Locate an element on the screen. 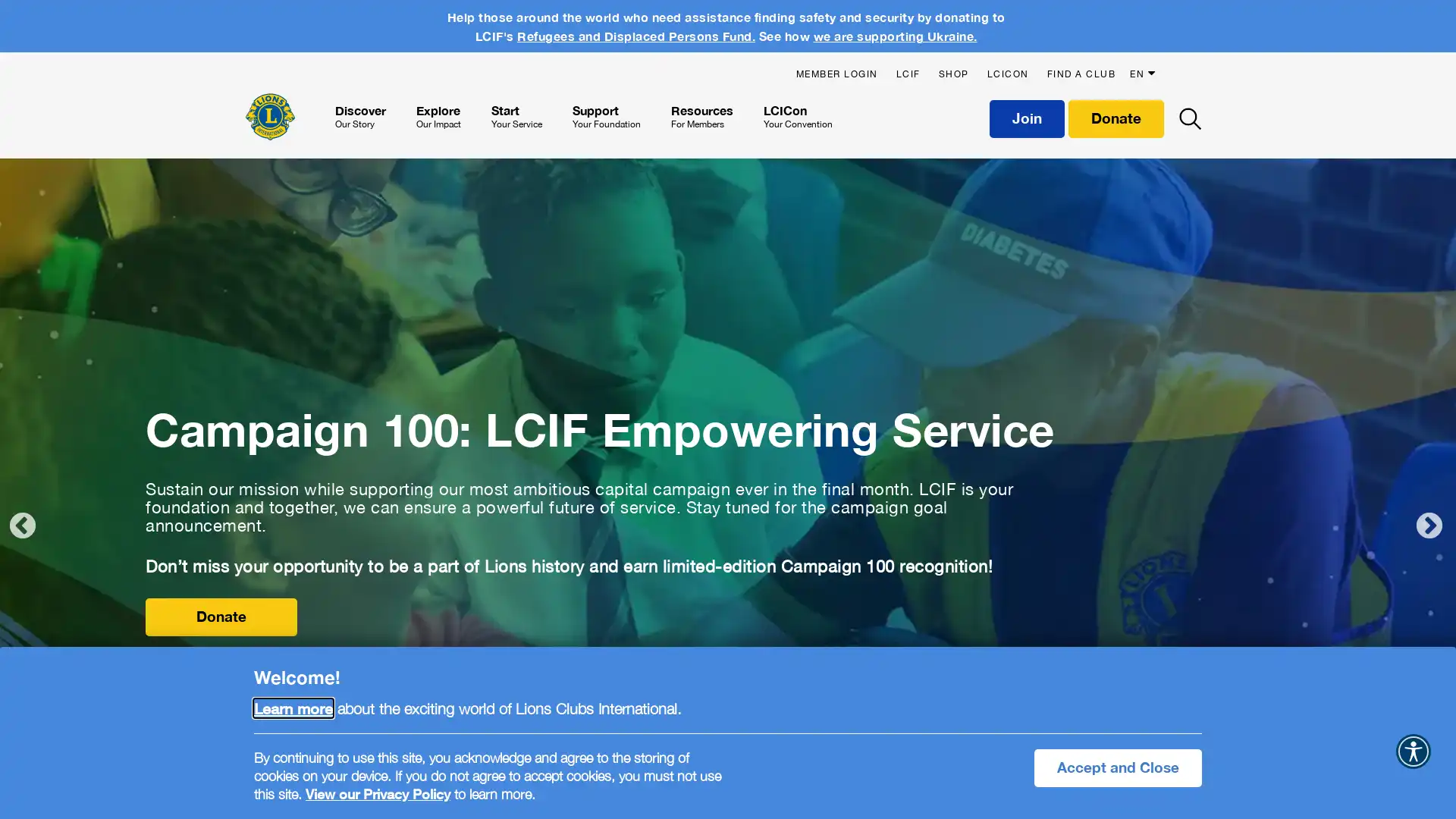 This screenshot has height=819, width=1456. Next is located at coordinates (1429, 526).